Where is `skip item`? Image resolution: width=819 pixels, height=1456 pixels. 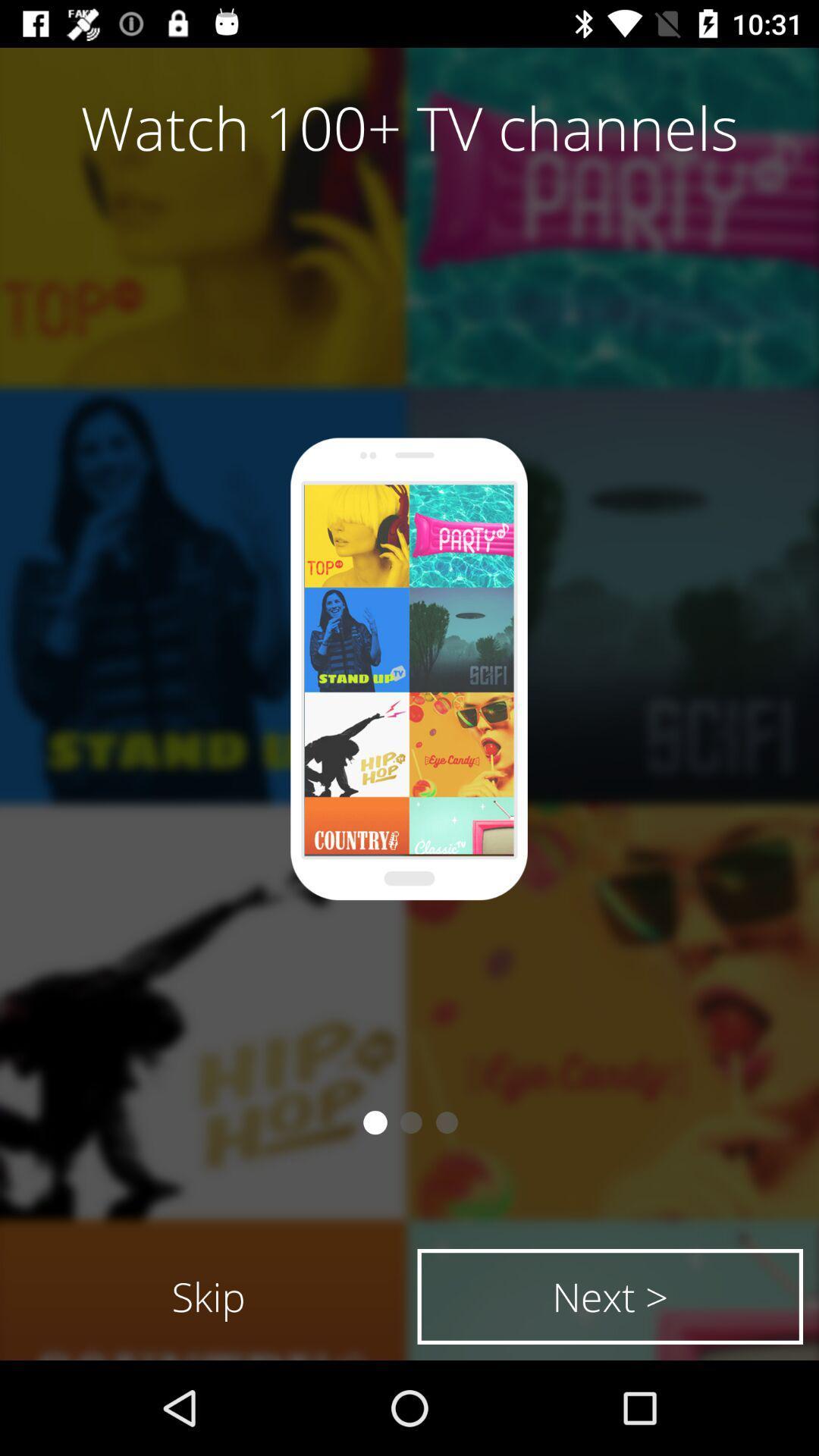 skip item is located at coordinates (209, 1295).